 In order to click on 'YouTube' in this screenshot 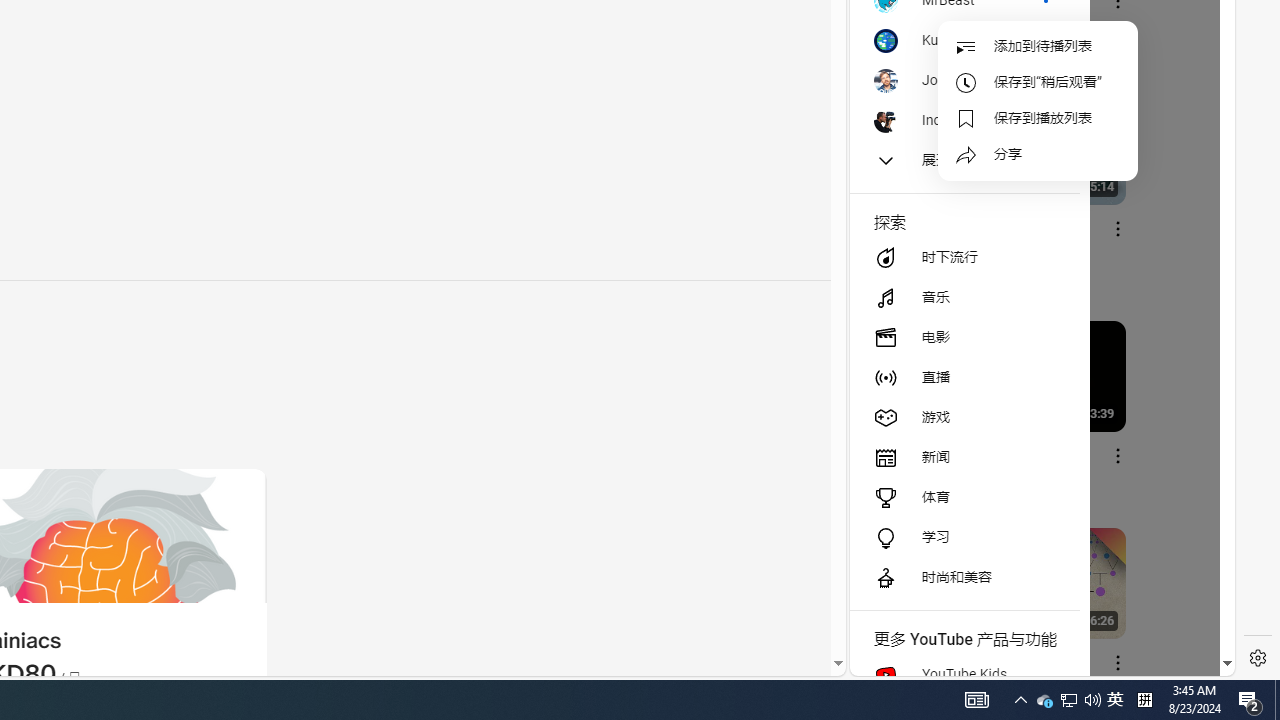, I will do `click(1034, 431)`.